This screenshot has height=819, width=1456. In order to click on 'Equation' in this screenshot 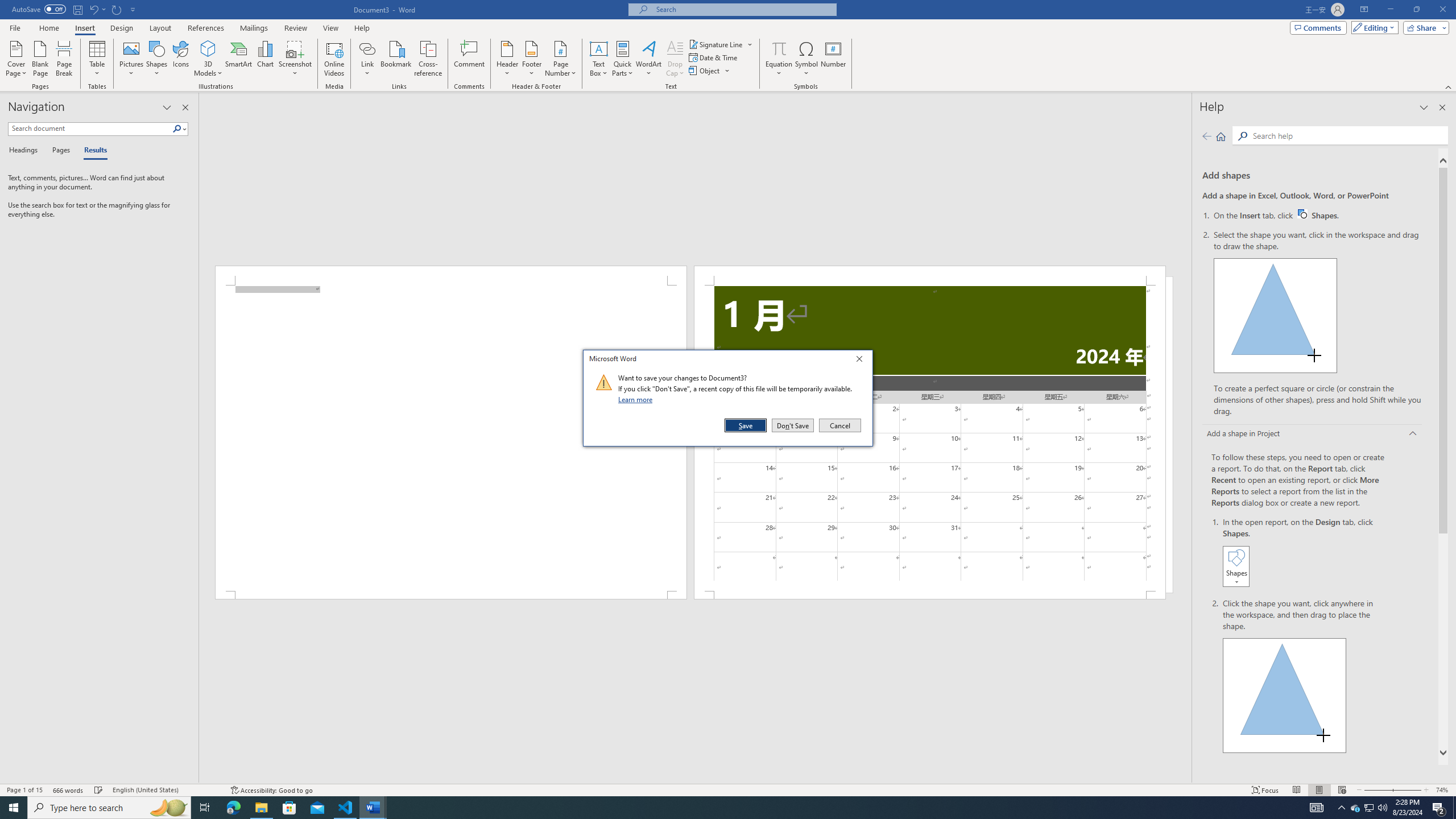, I will do `click(779, 59)`.